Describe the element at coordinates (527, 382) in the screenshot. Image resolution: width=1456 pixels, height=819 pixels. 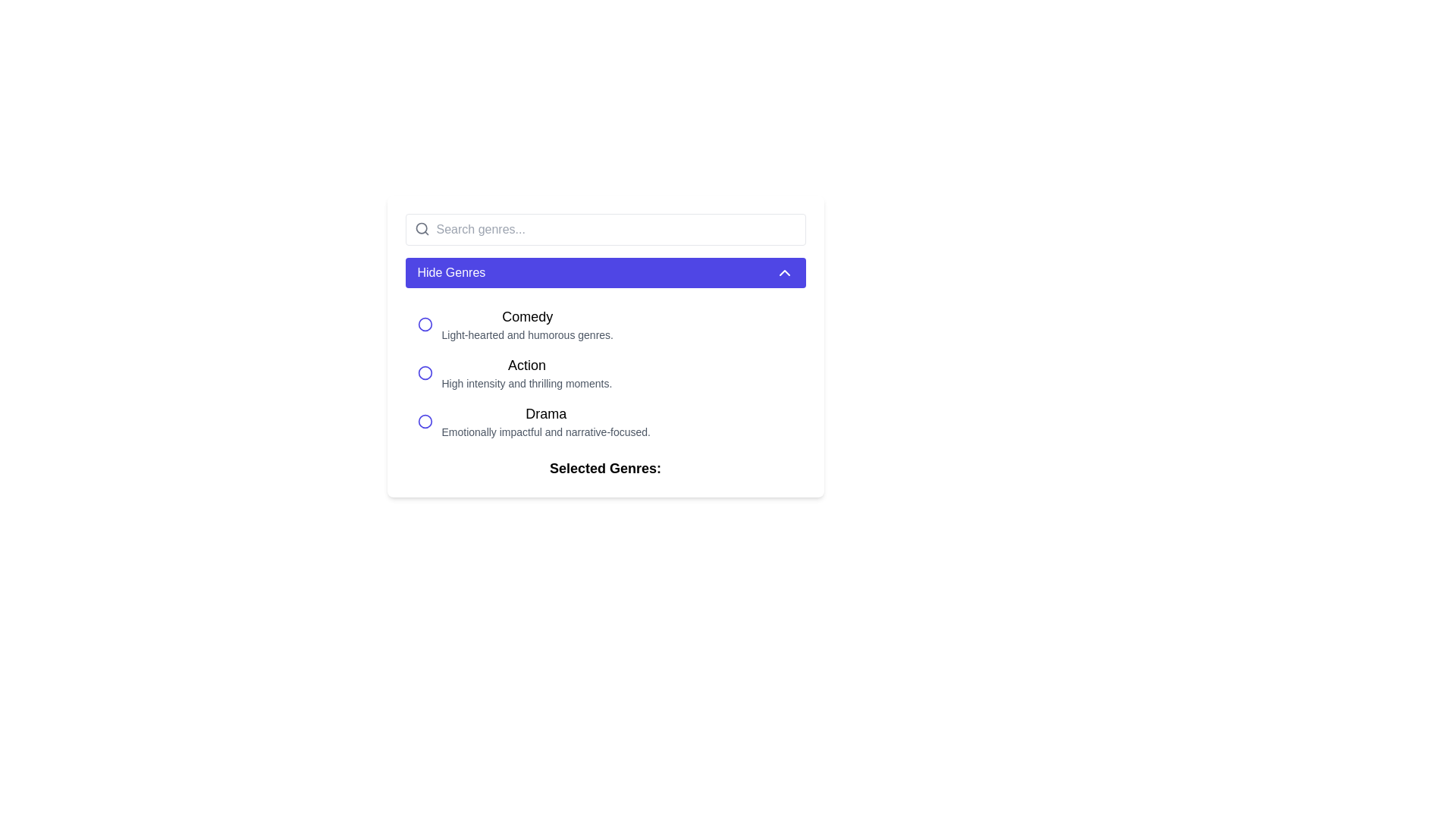
I see `the text element displaying 'High intensity and thrilling moments.' positioned below the 'Action' label in the genre selector` at that location.